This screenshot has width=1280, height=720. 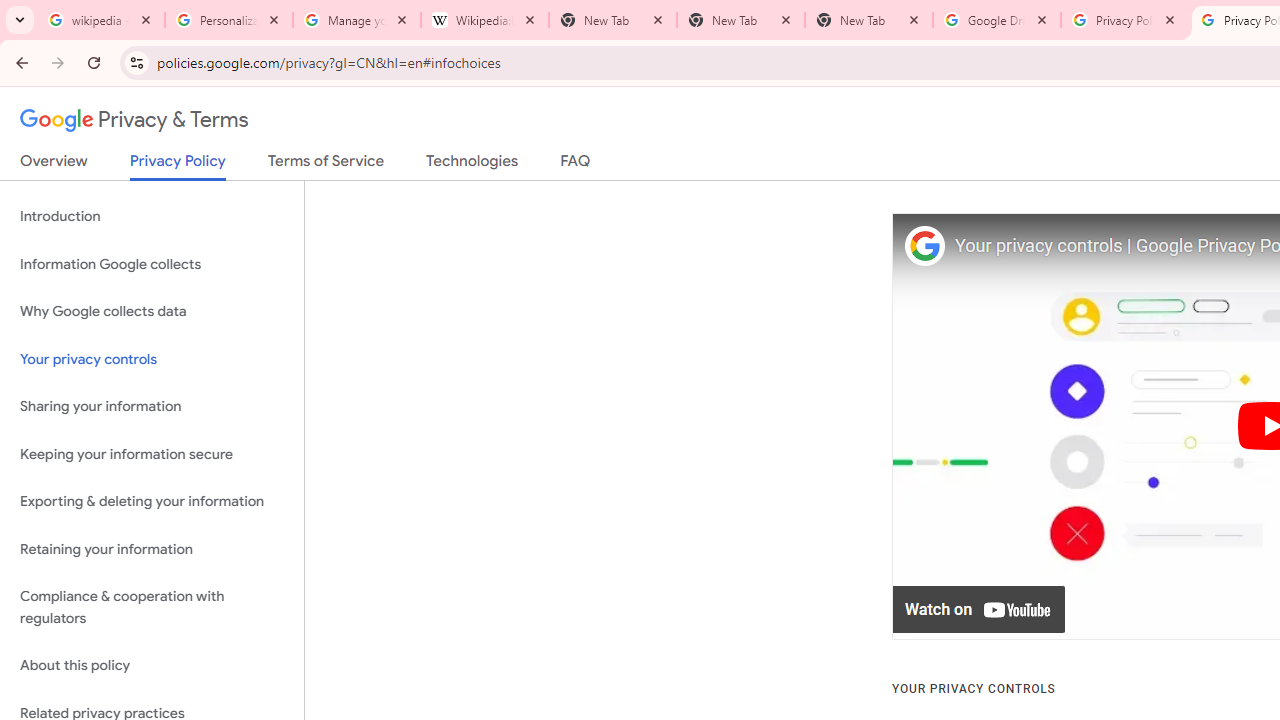 What do you see at coordinates (54, 164) in the screenshot?
I see `'Overview'` at bounding box center [54, 164].